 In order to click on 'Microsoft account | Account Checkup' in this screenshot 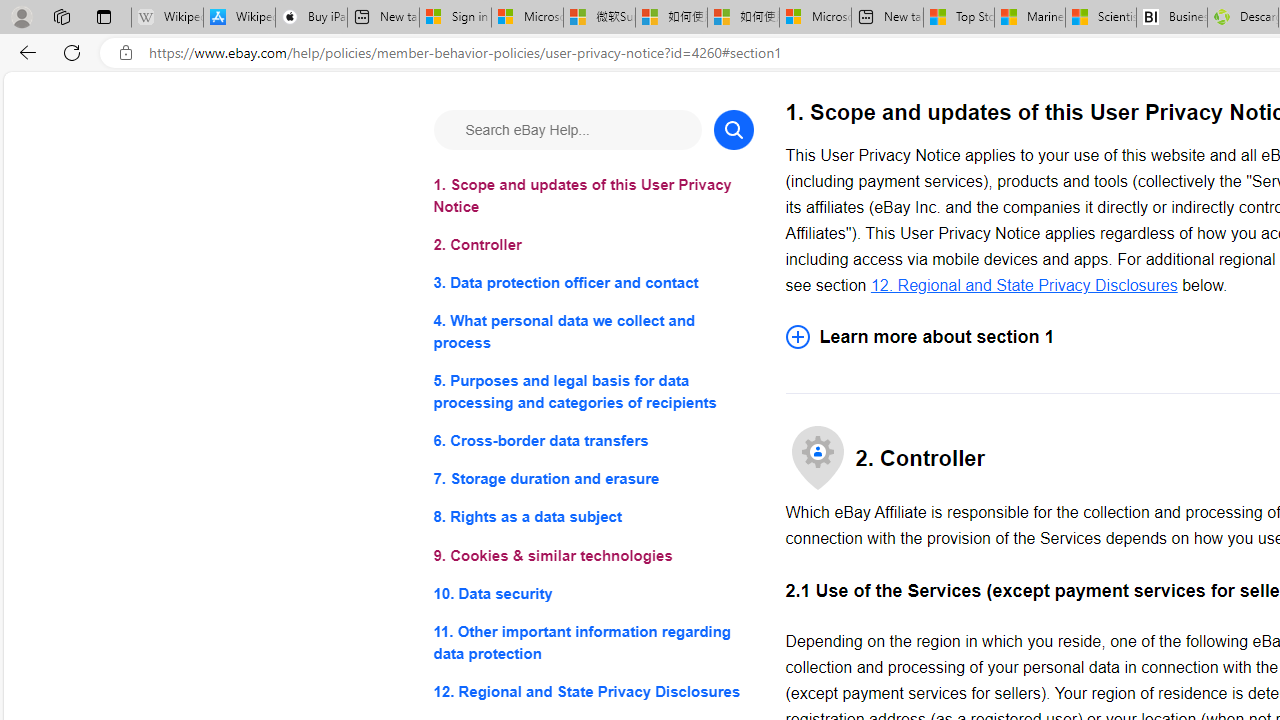, I will do `click(815, 17)`.